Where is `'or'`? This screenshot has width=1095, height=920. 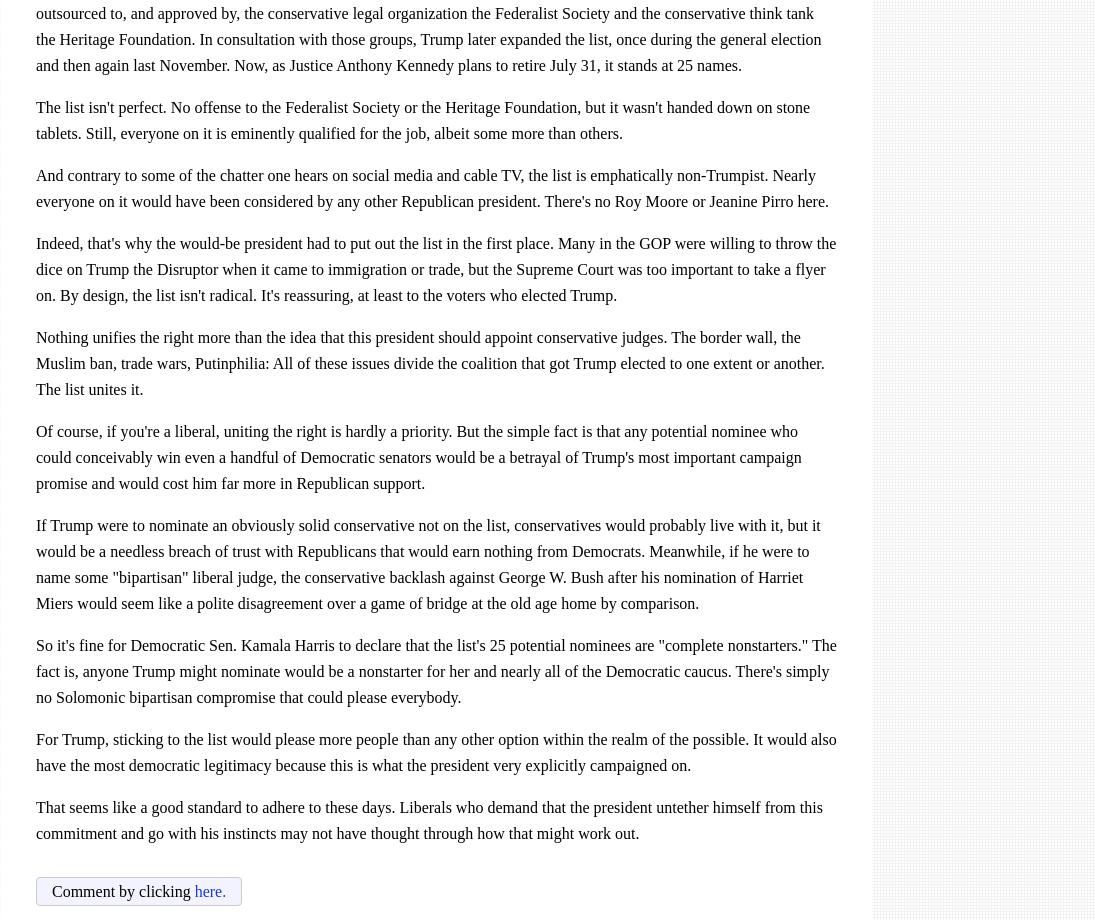 'or' is located at coordinates (698, 200).